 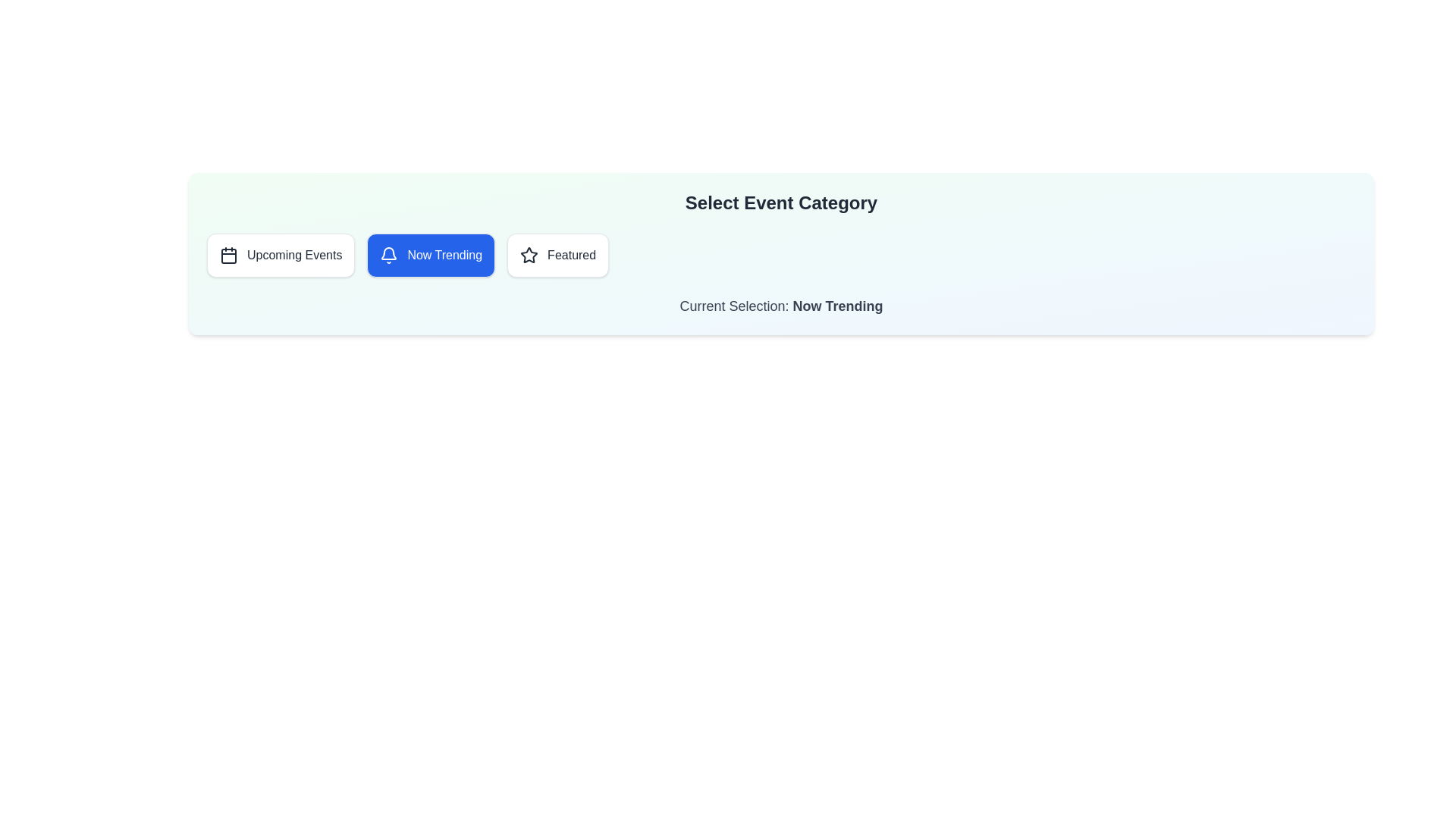 What do you see at coordinates (430, 254) in the screenshot?
I see `the button labeled 'Now Trending' with a blue background and white text to observe hover effects` at bounding box center [430, 254].